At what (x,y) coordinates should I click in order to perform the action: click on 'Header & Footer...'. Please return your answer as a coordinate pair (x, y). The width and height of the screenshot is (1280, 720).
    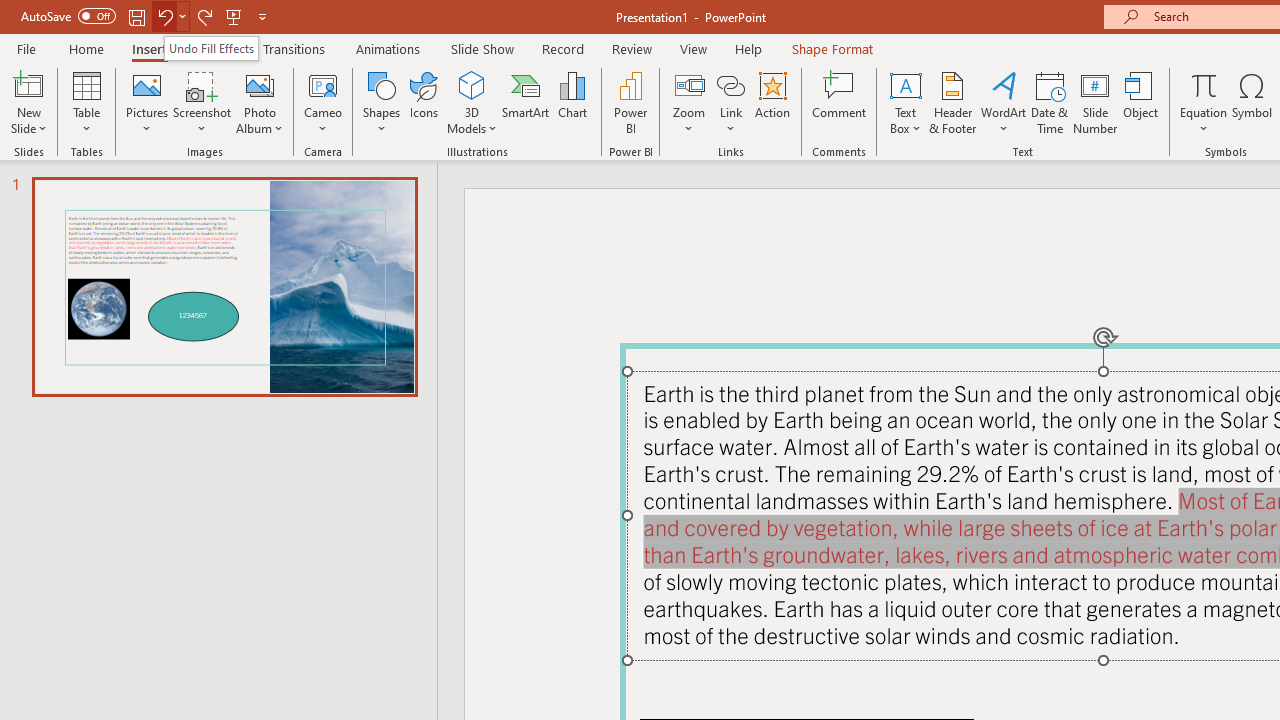
    Looking at the image, I should click on (951, 103).